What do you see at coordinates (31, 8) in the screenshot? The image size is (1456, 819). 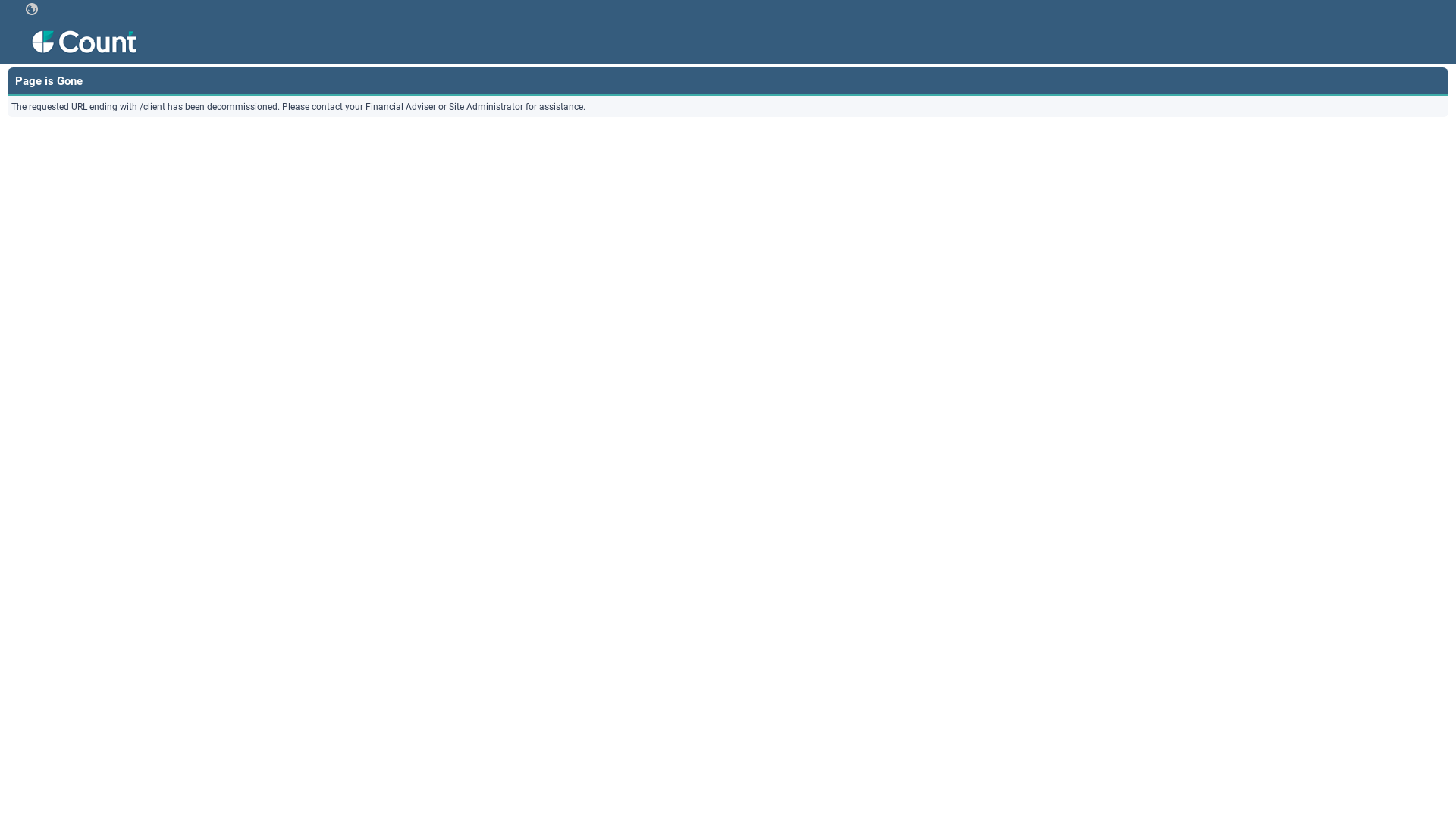 I see `' '` at bounding box center [31, 8].